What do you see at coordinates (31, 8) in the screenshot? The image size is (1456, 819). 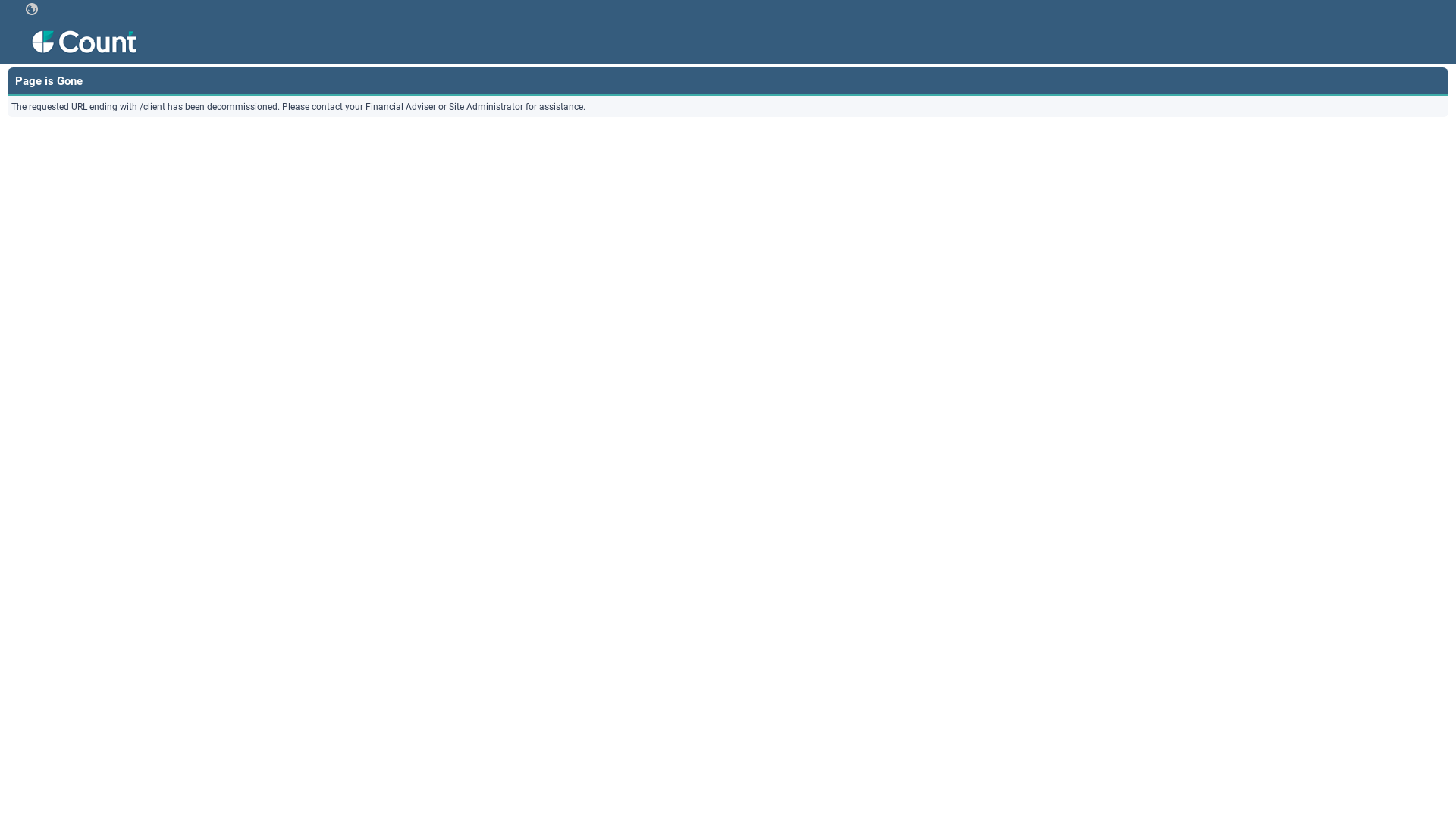 I see `' '` at bounding box center [31, 8].